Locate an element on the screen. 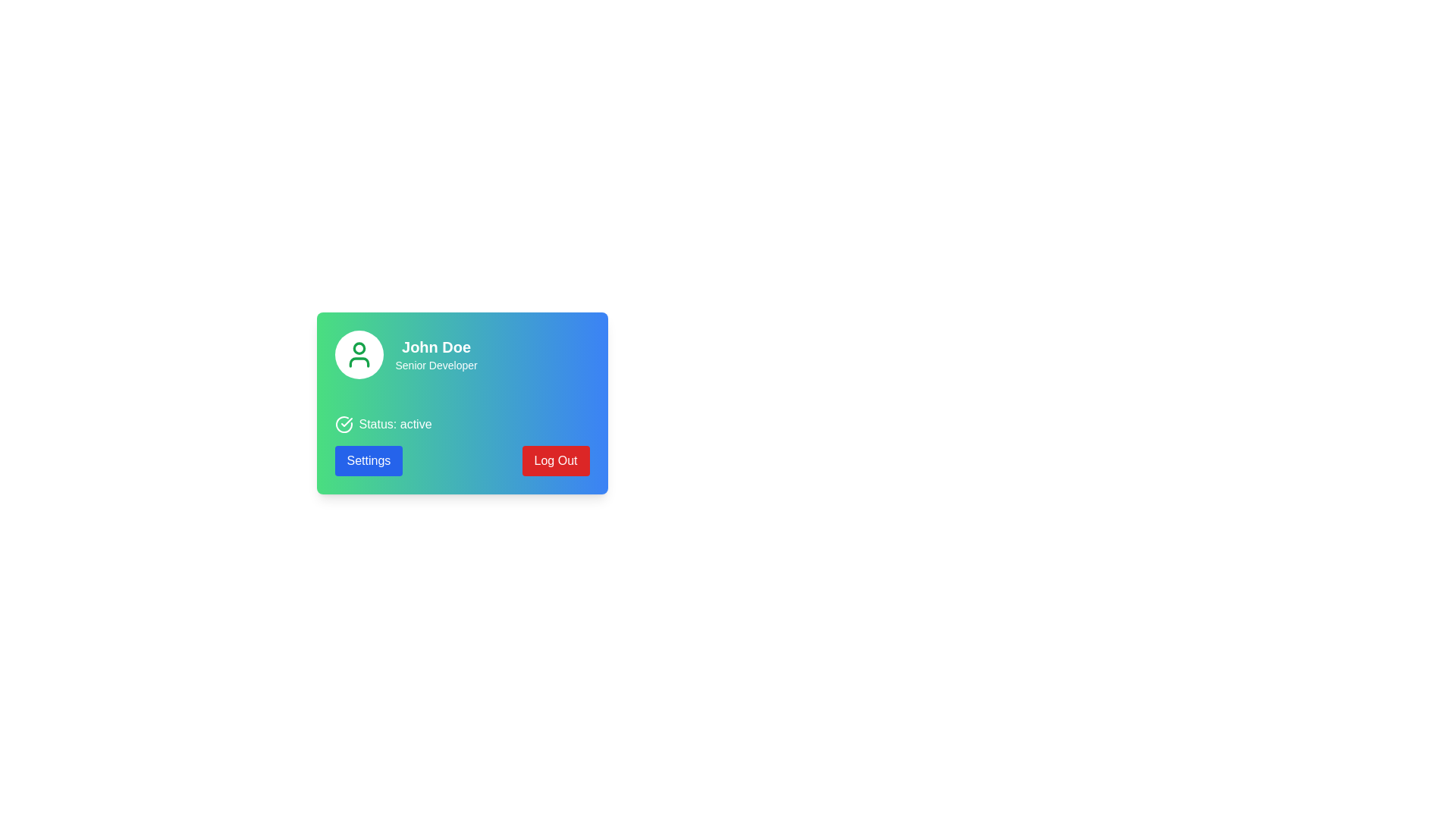 The height and width of the screenshot is (819, 1456). the Status display element that indicates the user's current status as 'active', located beneath the user's profile details and above the 'Settings' and 'Log Out' buttons is located at coordinates (461, 424).